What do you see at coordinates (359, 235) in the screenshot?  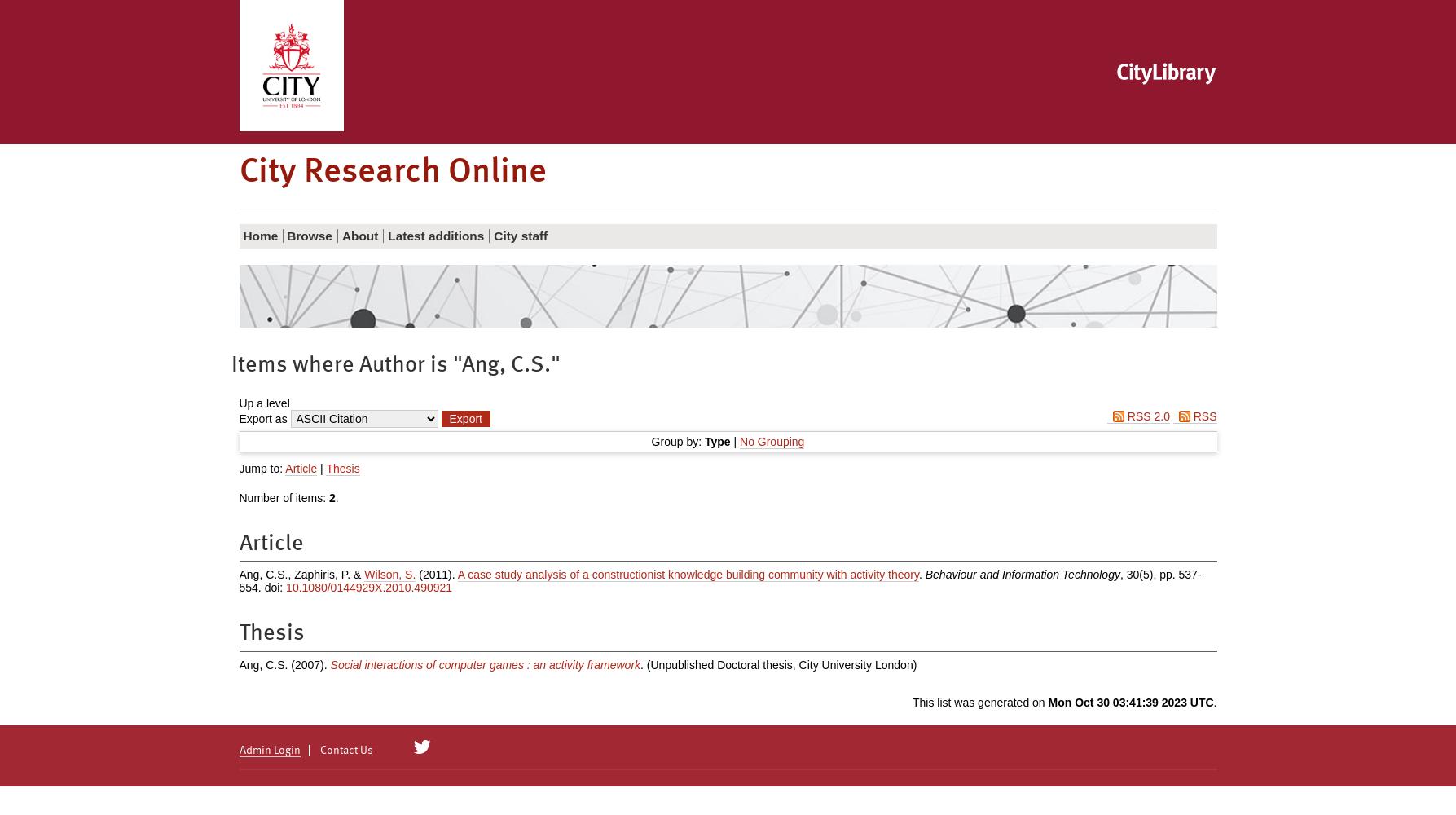 I see `'About'` at bounding box center [359, 235].